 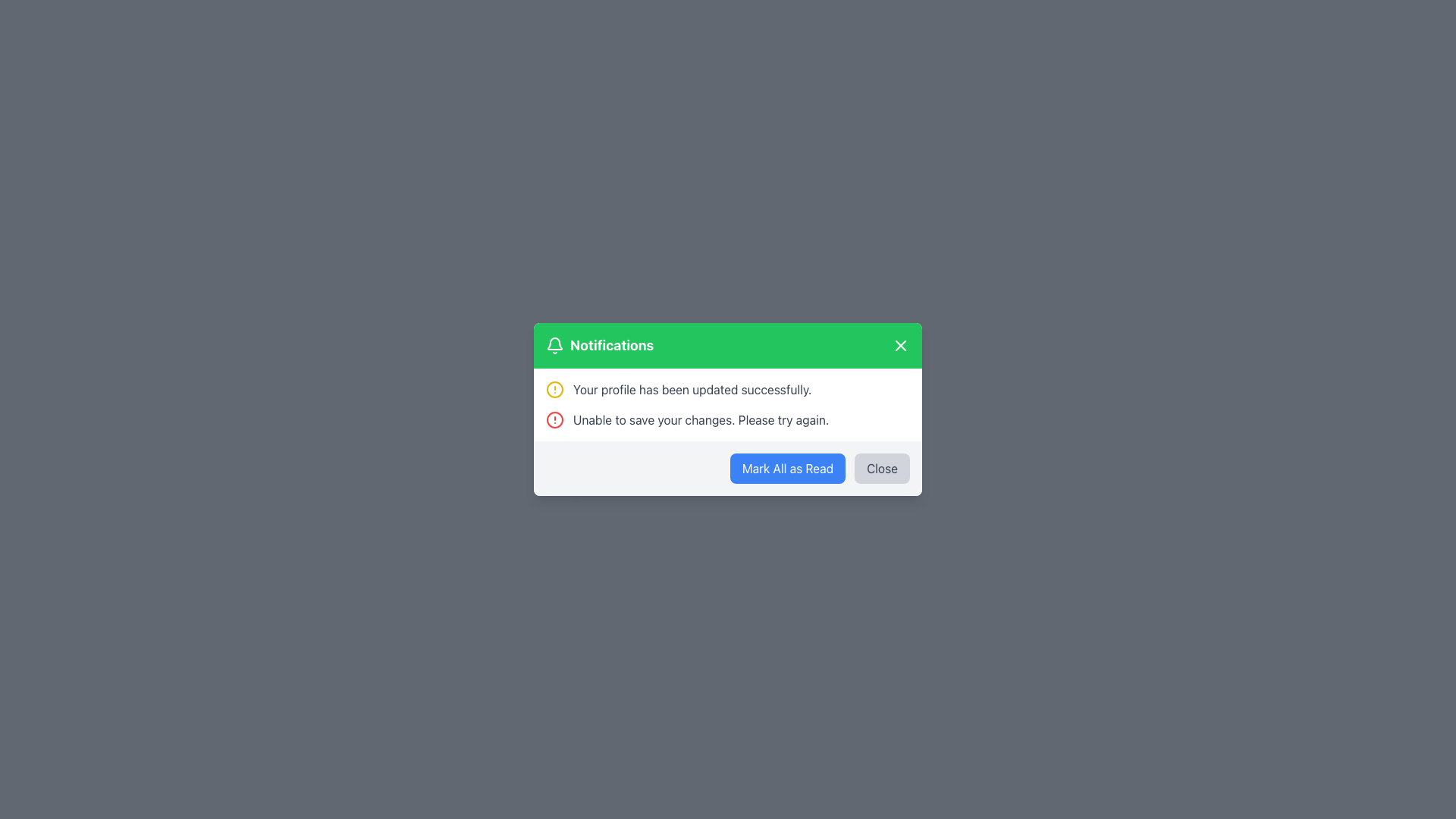 I want to click on the textual notification message that reads 'Your profile has been updated successfully.' styled in gray, located within a notification box in the central area of the interface, so click(x=692, y=388).